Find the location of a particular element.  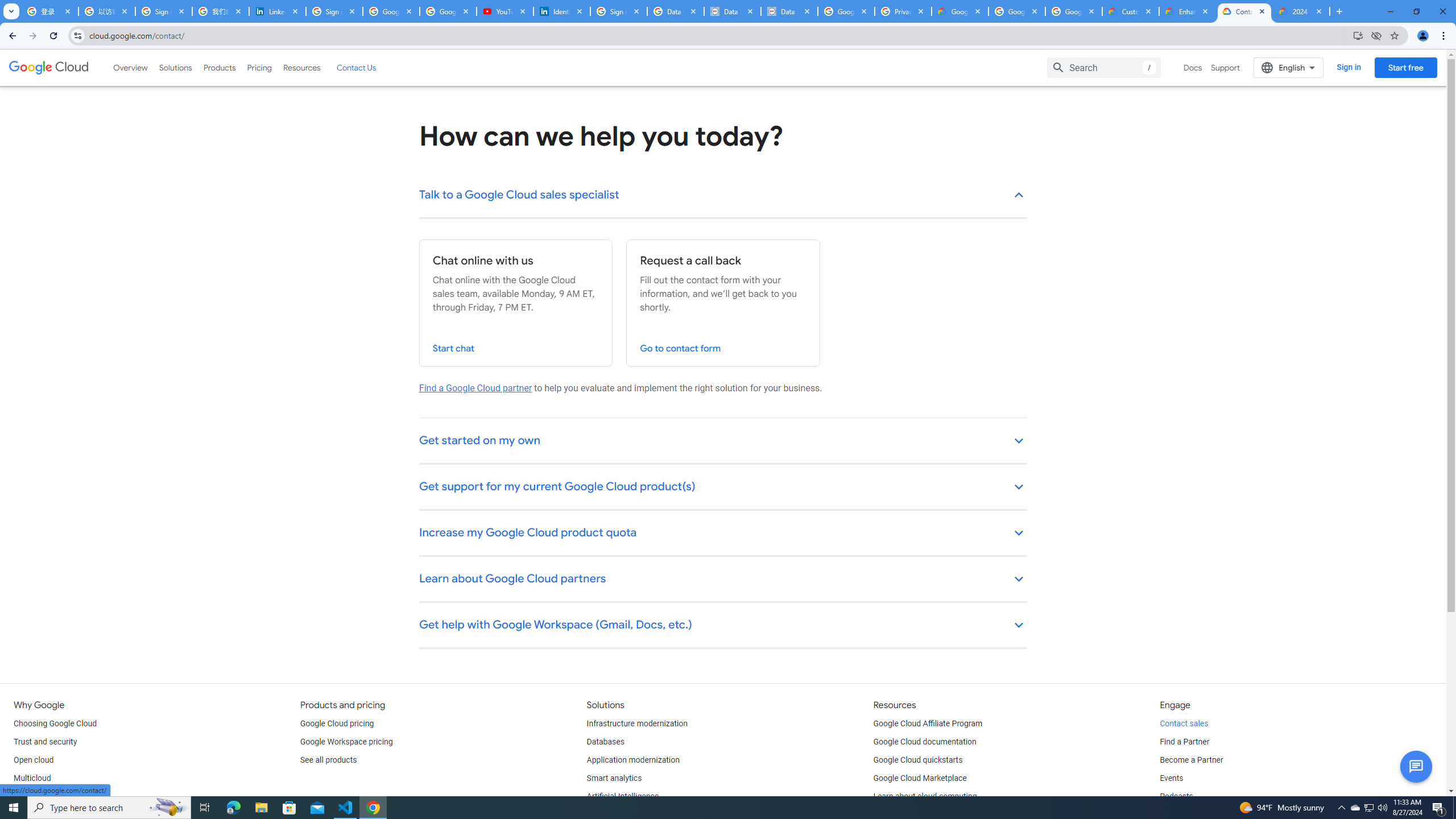

'Google Cloud Marketplace' is located at coordinates (920, 778).